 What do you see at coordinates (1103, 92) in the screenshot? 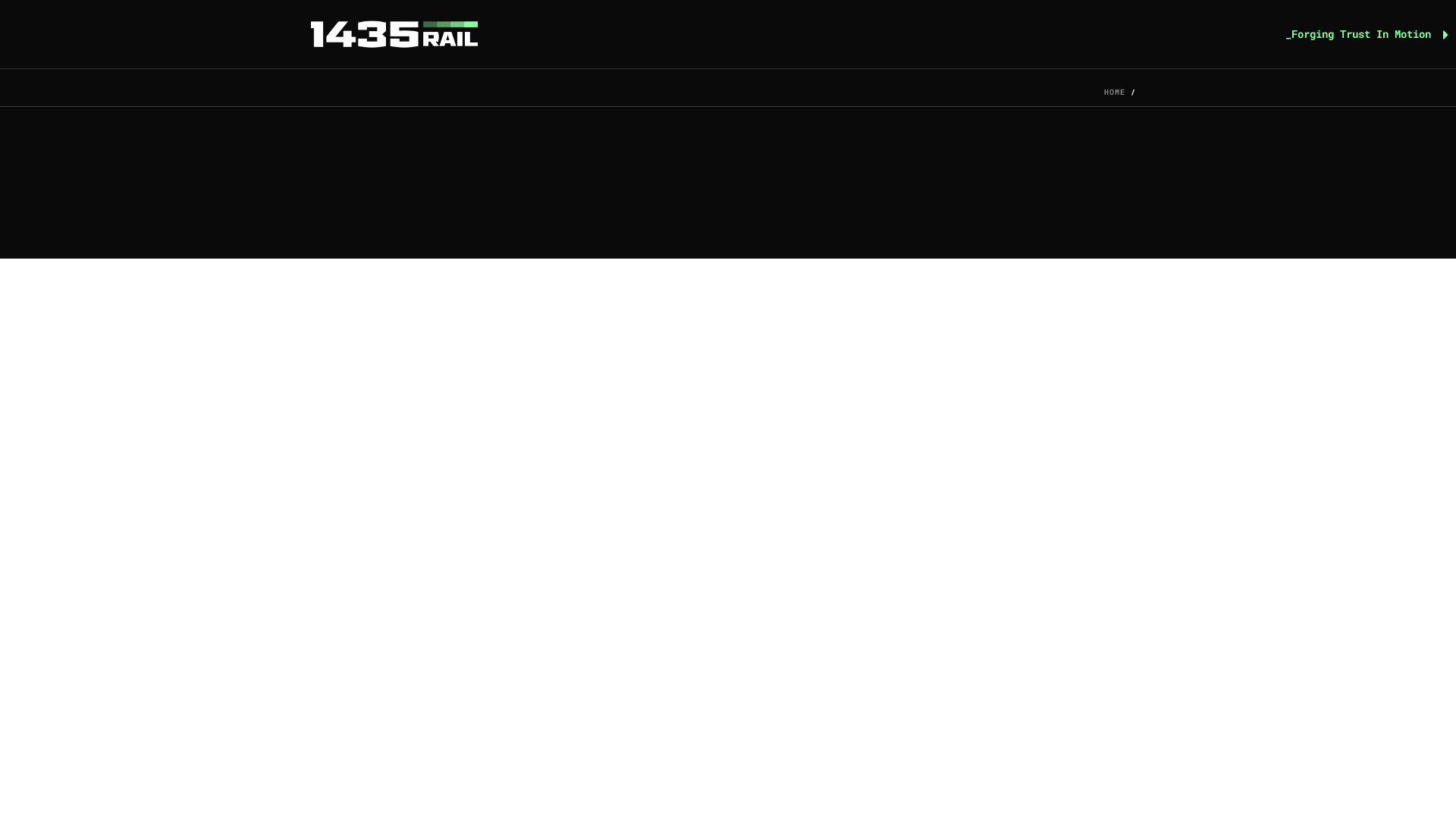
I see `'HOME'` at bounding box center [1103, 92].